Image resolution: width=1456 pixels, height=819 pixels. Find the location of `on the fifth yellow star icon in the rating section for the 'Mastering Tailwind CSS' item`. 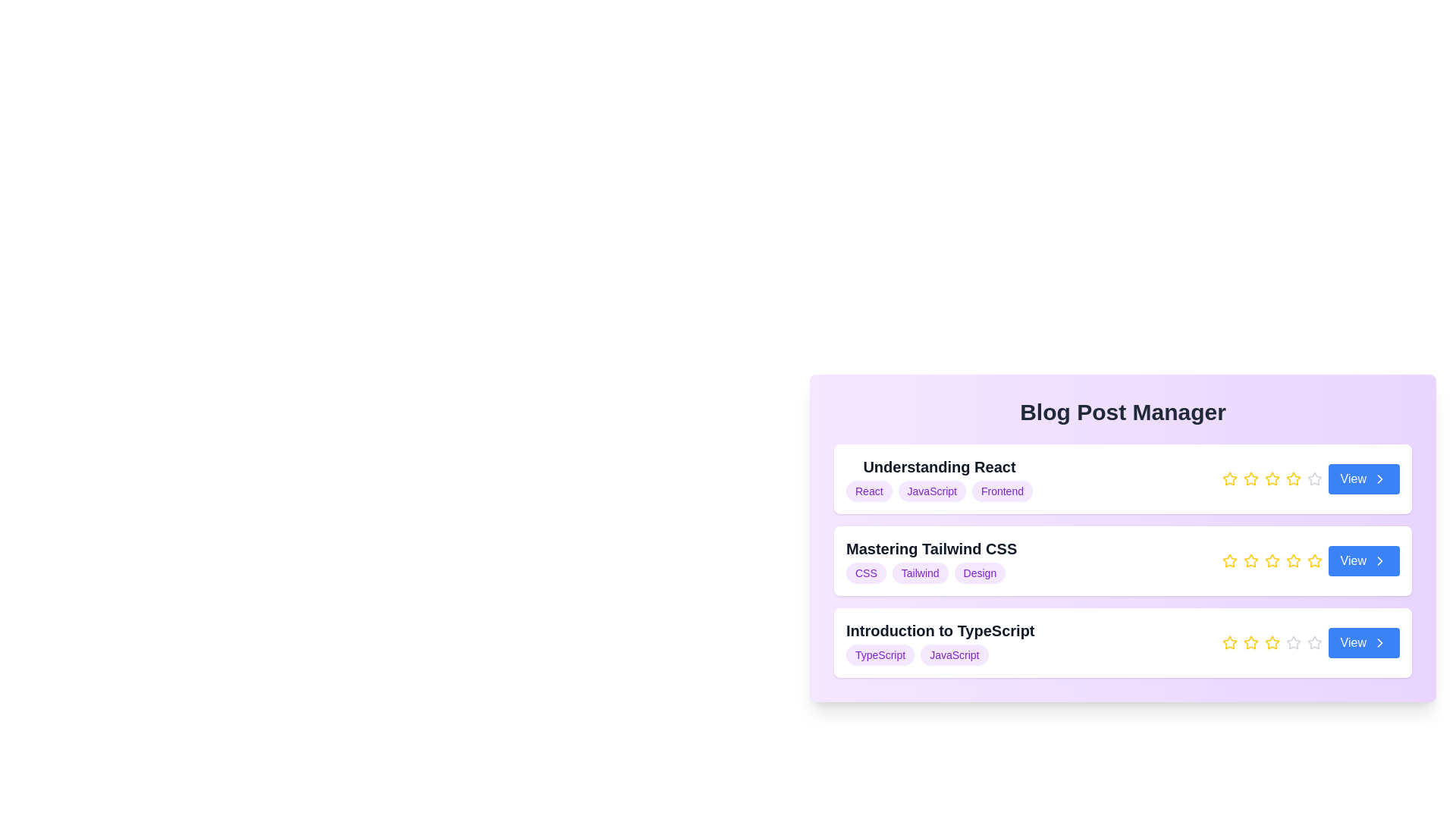

on the fifth yellow star icon in the rating section for the 'Mastering Tailwind CSS' item is located at coordinates (1313, 561).